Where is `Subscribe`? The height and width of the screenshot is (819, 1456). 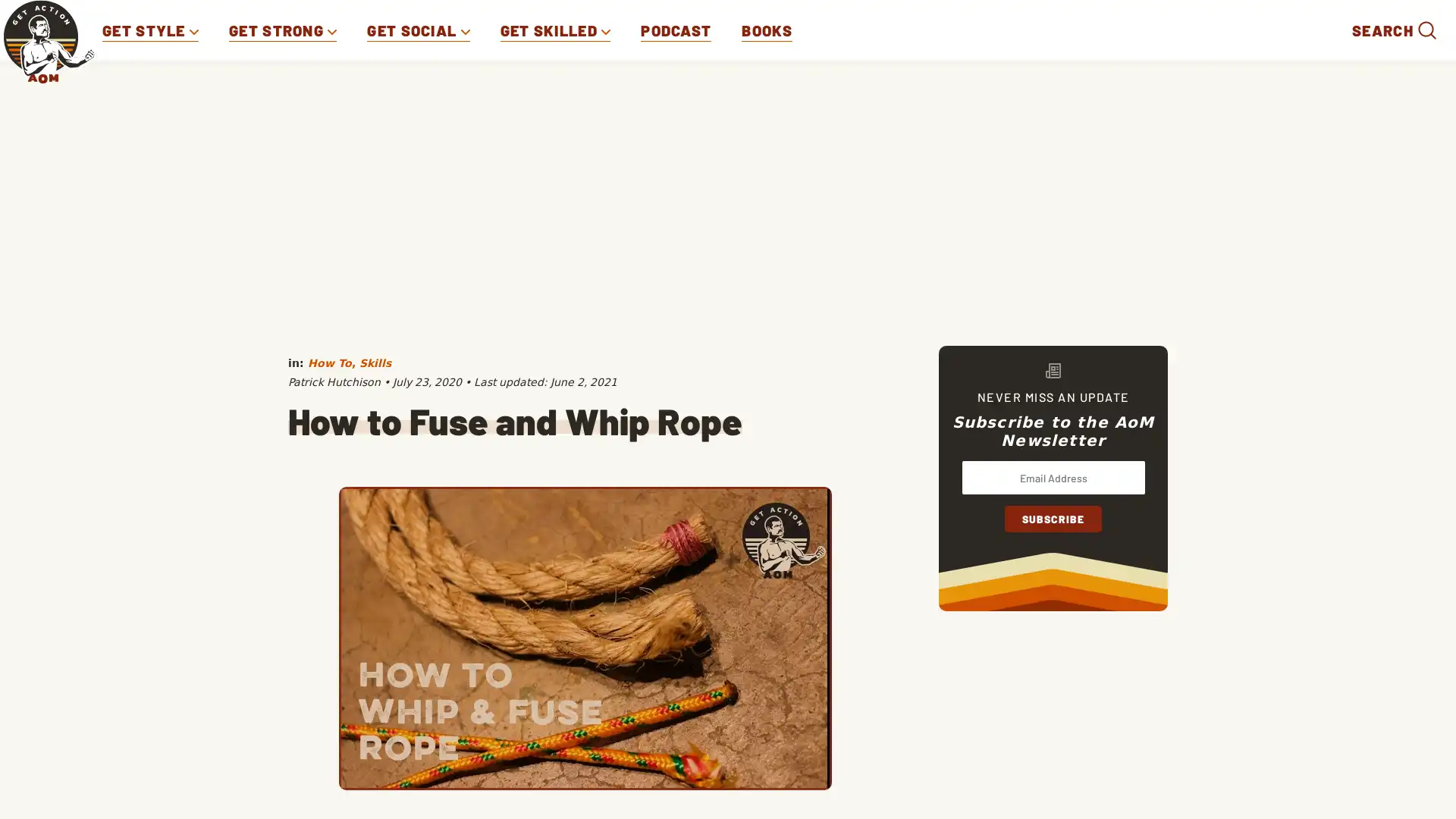 Subscribe is located at coordinates (1052, 518).